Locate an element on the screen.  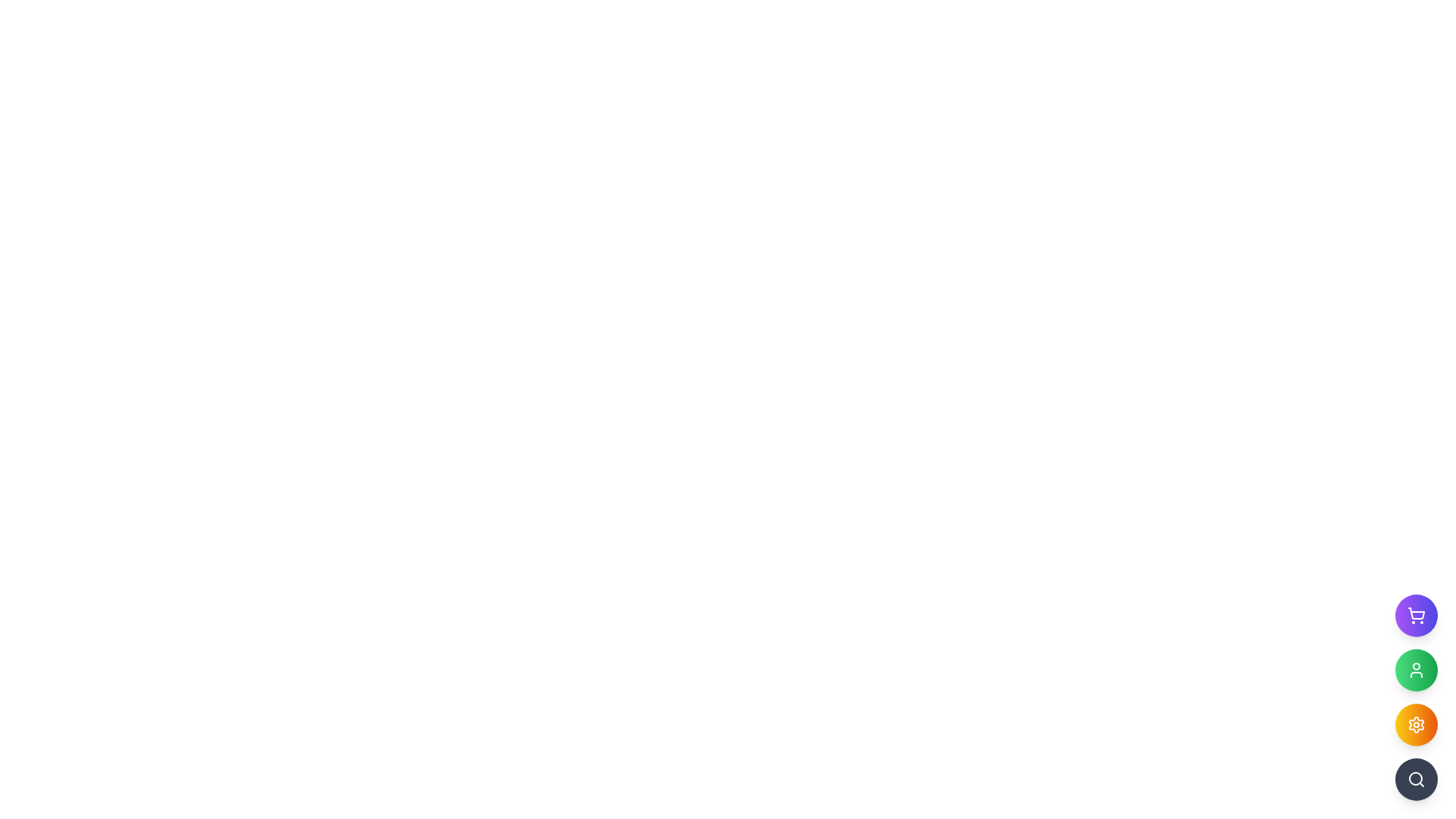
the topmost button in the vertical stack of round buttons near the bottom-right corner is located at coordinates (1415, 616).